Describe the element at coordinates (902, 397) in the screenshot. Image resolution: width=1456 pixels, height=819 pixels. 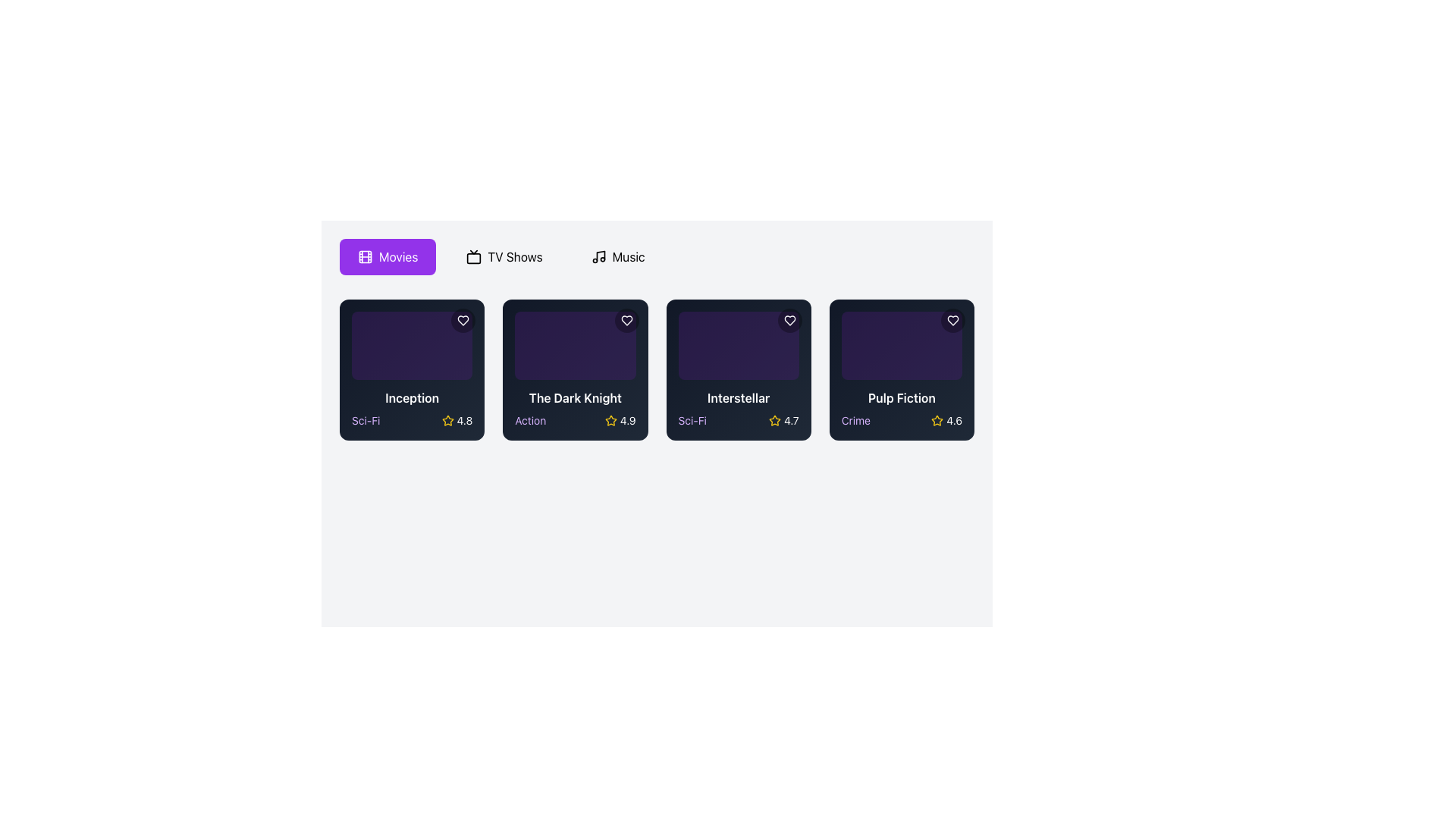
I see `the text label displaying the title 'Pulp Fiction' in white, bold font located at the bottom of the rightmost movie card` at that location.